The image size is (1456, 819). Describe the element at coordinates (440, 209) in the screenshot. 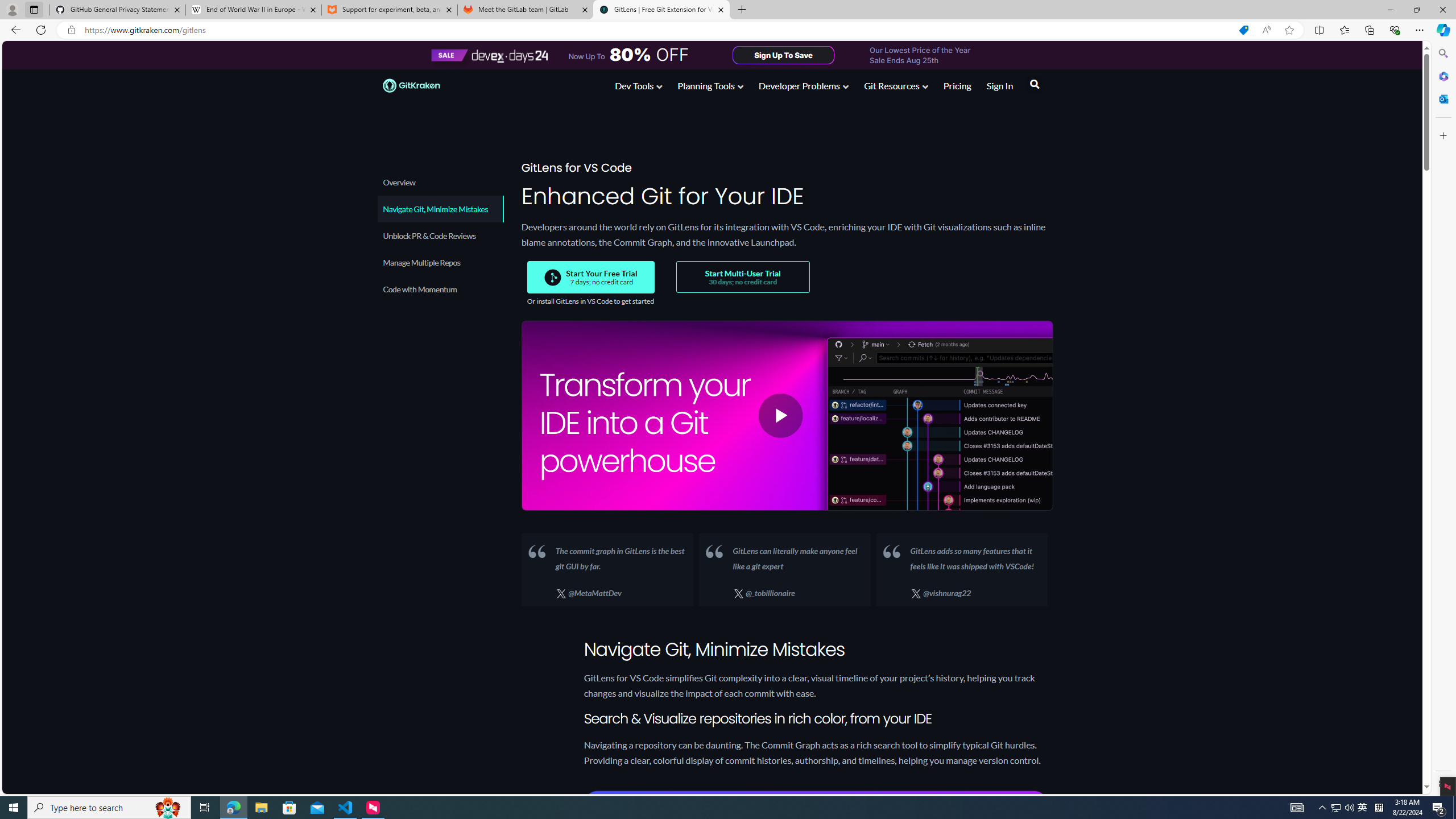

I see `'Navigate Git, Minimize Mistakes'` at that location.